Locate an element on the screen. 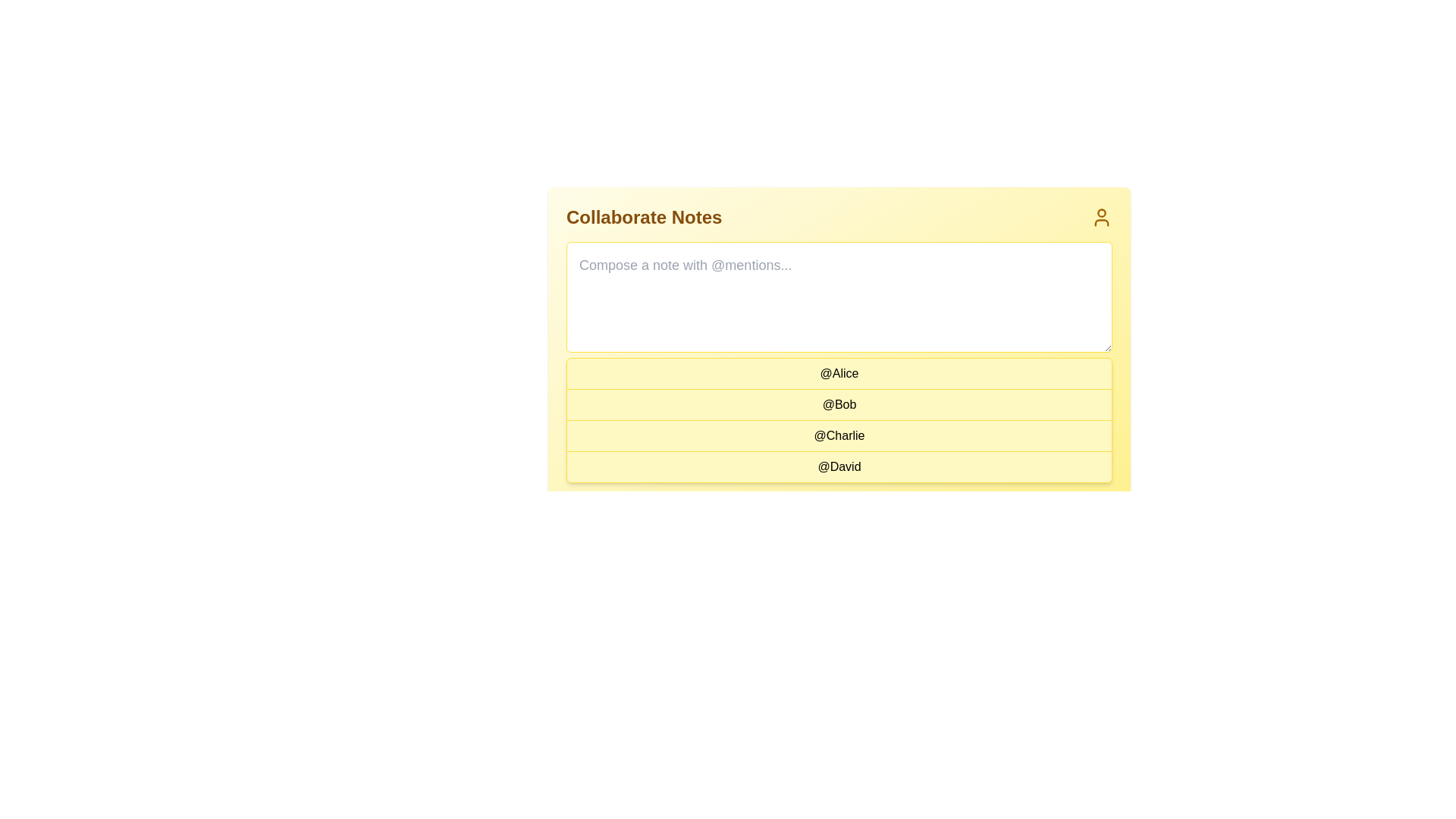 This screenshot has height=819, width=1456. the bold, large-sized header text that reads 'Collaborate Notes', which is styled in a prominent yellowish-brown color and positioned at the top-left of a yellow panel is located at coordinates (644, 217).